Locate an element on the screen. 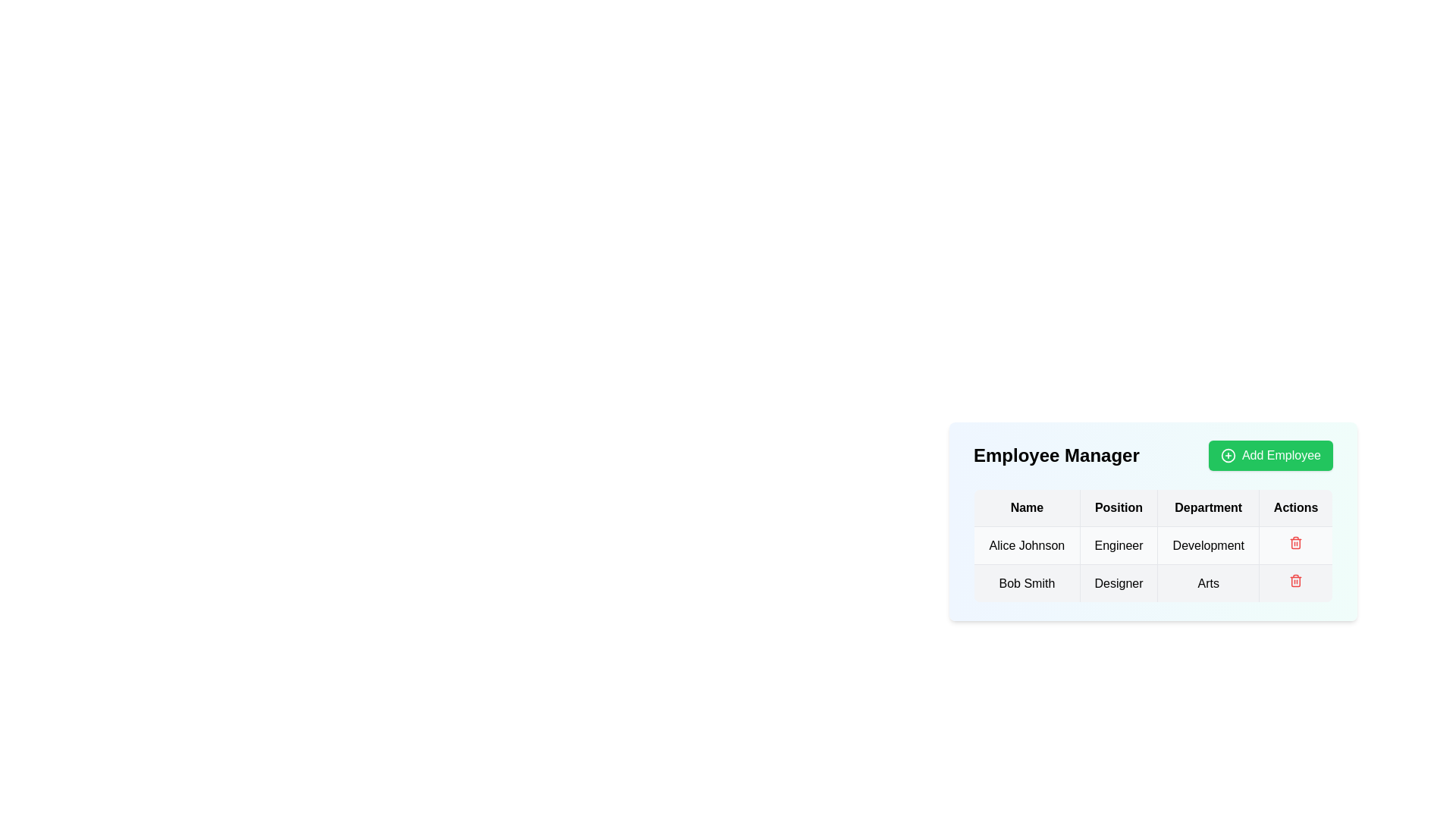 This screenshot has width=1456, height=819. the red trash icon button in the 'Actions' column of the second row under 'Employee Manager' to trigger its hover effect and change its color to a darker red is located at coordinates (1295, 542).